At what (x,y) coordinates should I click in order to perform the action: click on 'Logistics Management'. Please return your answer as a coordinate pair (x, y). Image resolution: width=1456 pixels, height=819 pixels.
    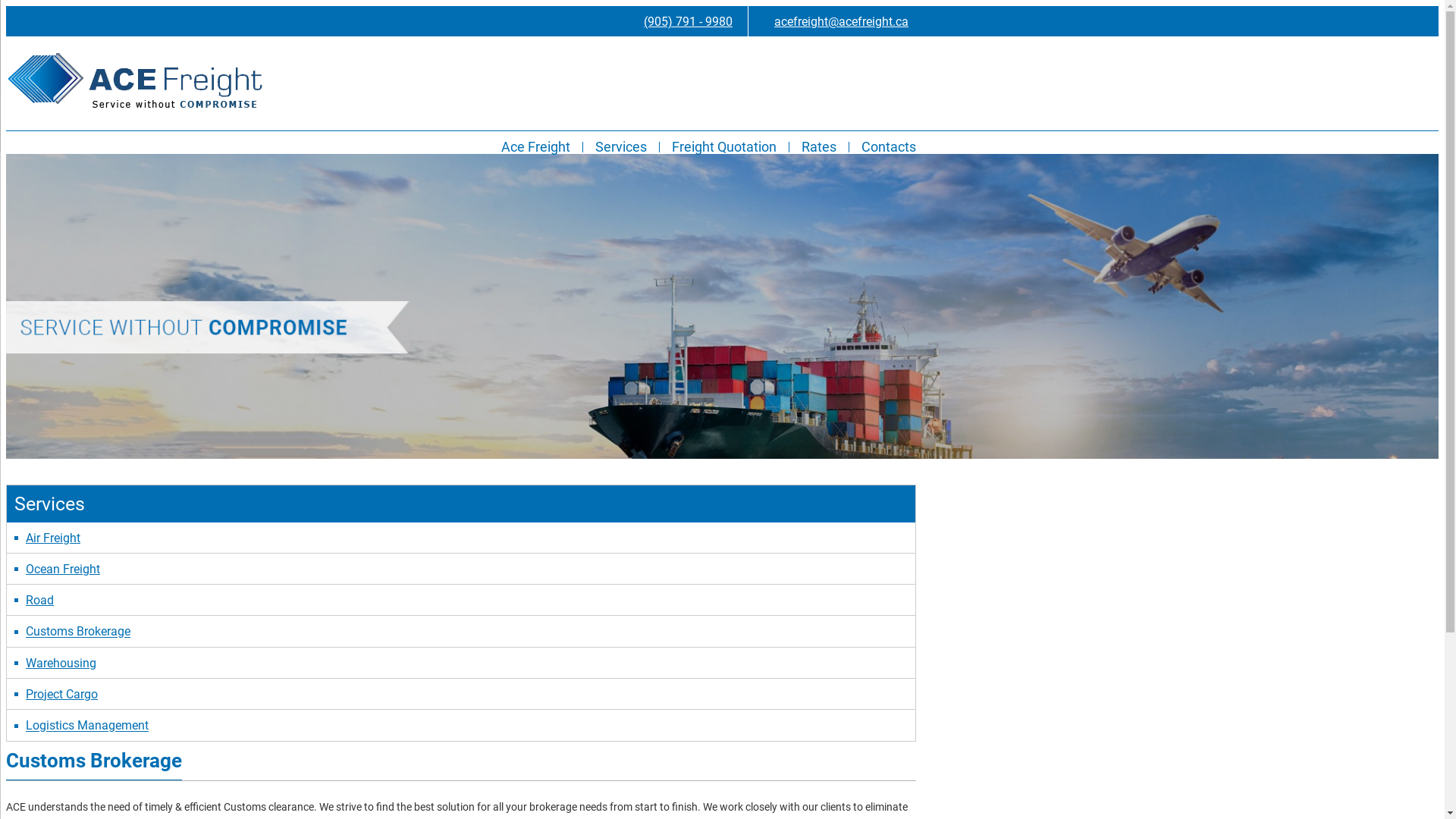
    Looking at the image, I should click on (86, 725).